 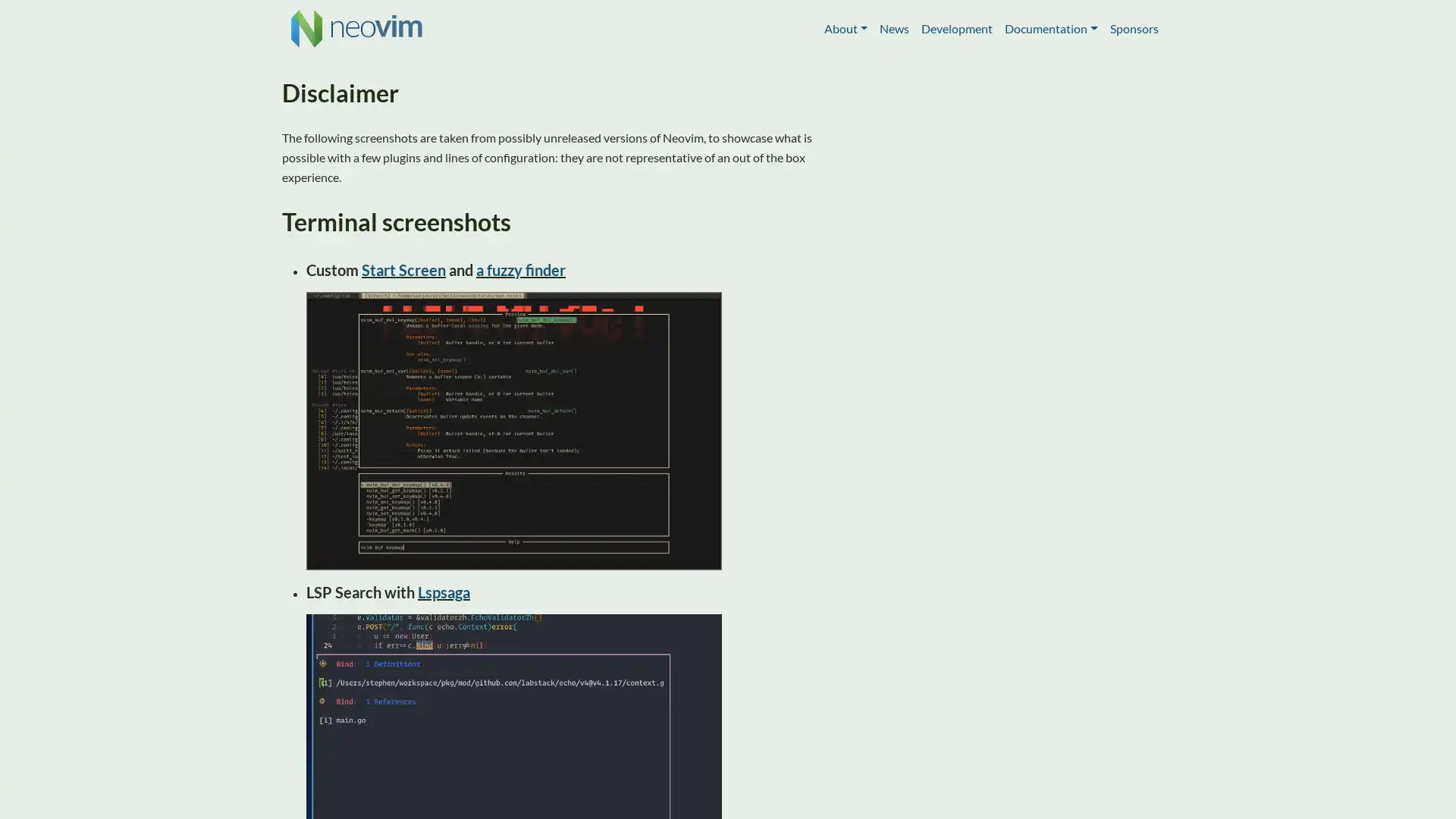 I want to click on Documentation, so click(x=1050, y=28).